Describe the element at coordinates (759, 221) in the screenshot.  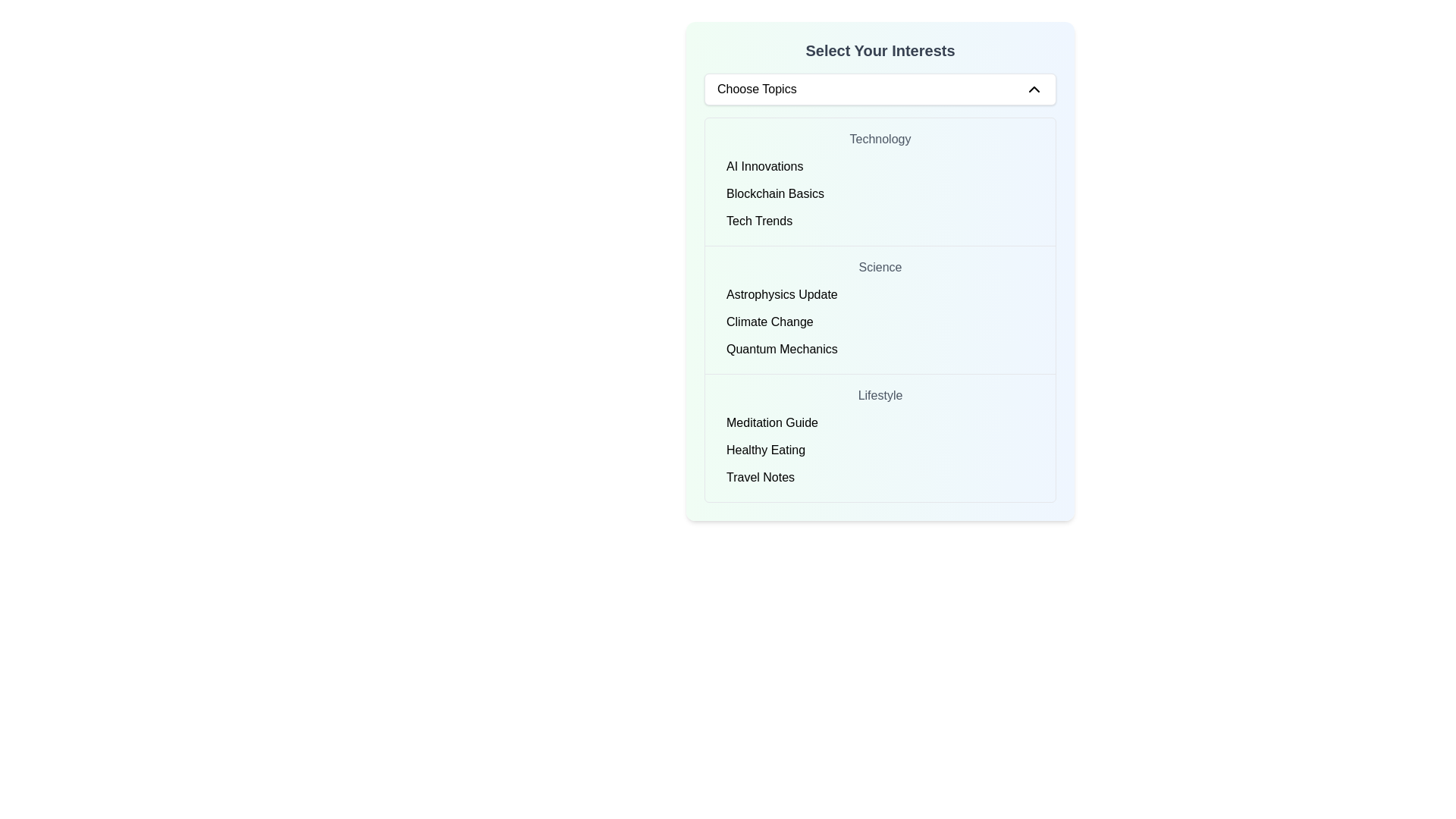
I see `the 'Tech Trends' text label, which is the third item in the 'Technology' category of the 'Select Your Interests' list` at that location.